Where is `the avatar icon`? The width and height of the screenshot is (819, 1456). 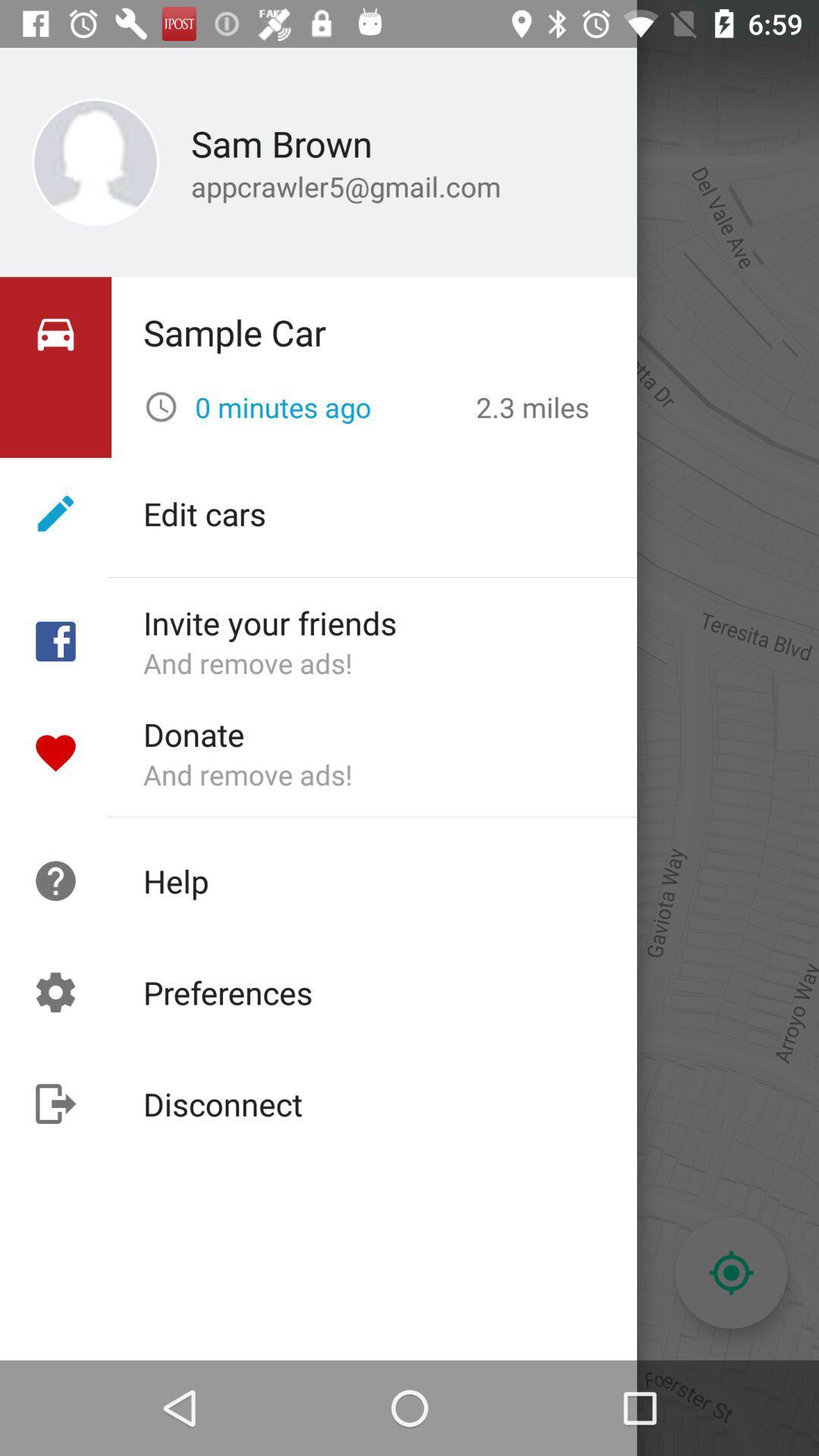
the avatar icon is located at coordinates (55, 102).